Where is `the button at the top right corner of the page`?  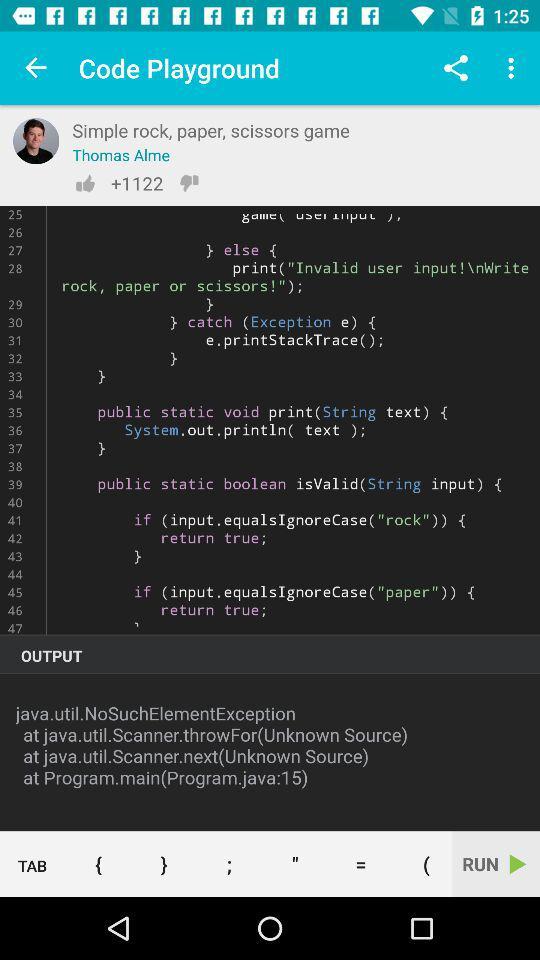 the button at the top right corner of the page is located at coordinates (514, 68).